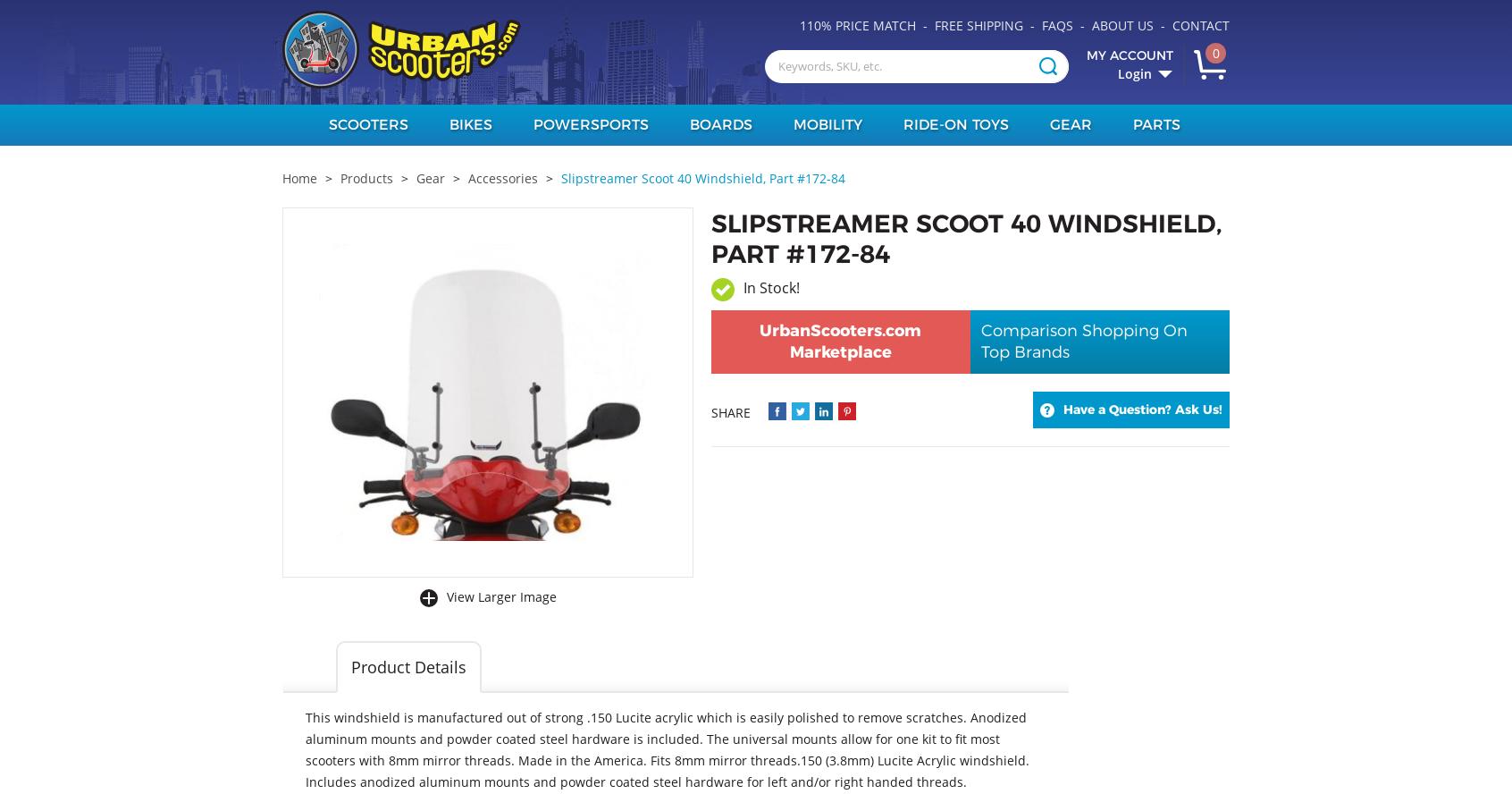 The width and height of the screenshot is (1512, 811). Describe the element at coordinates (1200, 24) in the screenshot. I see `'Contact'` at that location.